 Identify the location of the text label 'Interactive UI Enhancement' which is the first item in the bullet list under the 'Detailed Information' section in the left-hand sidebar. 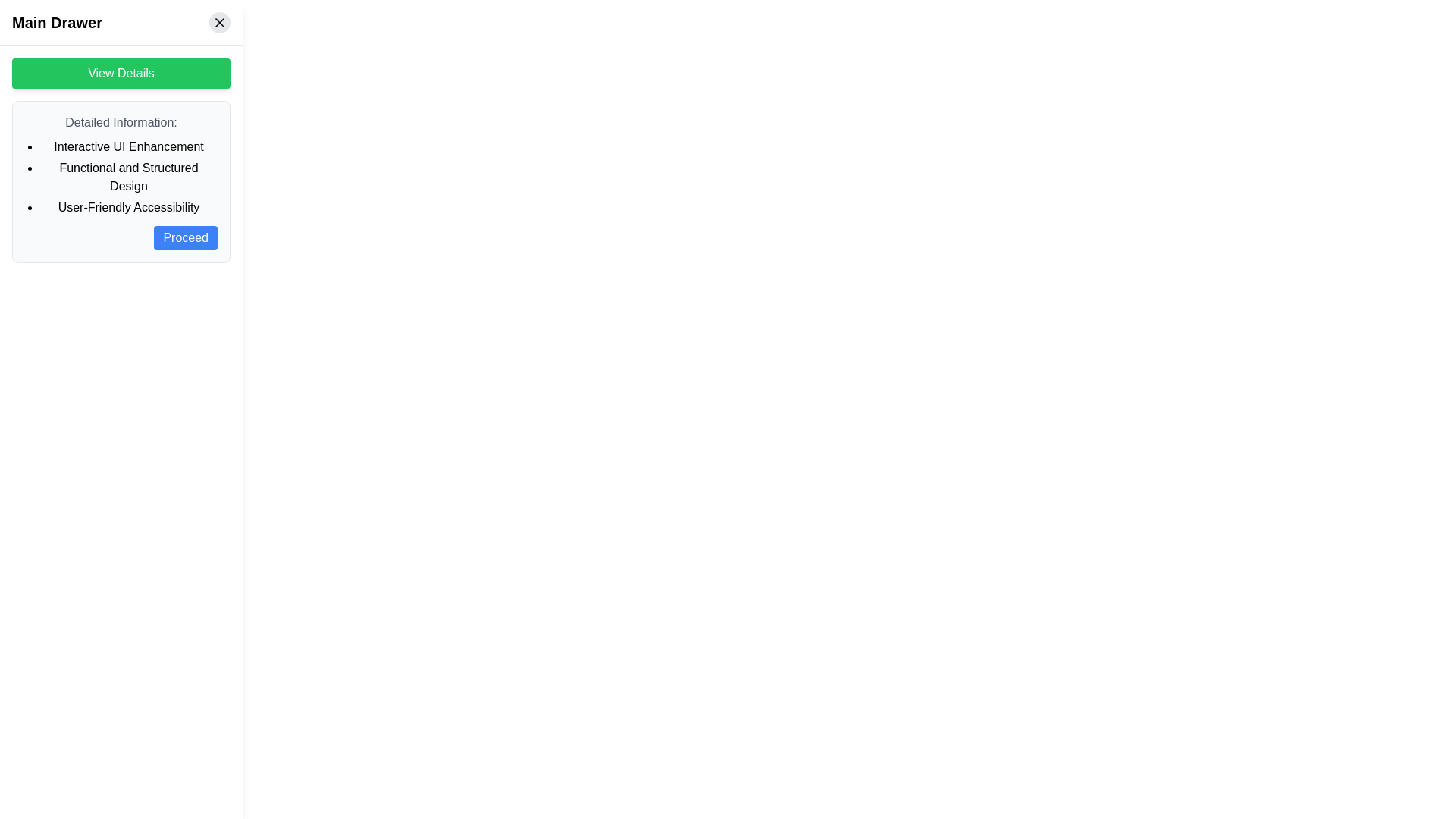
(128, 146).